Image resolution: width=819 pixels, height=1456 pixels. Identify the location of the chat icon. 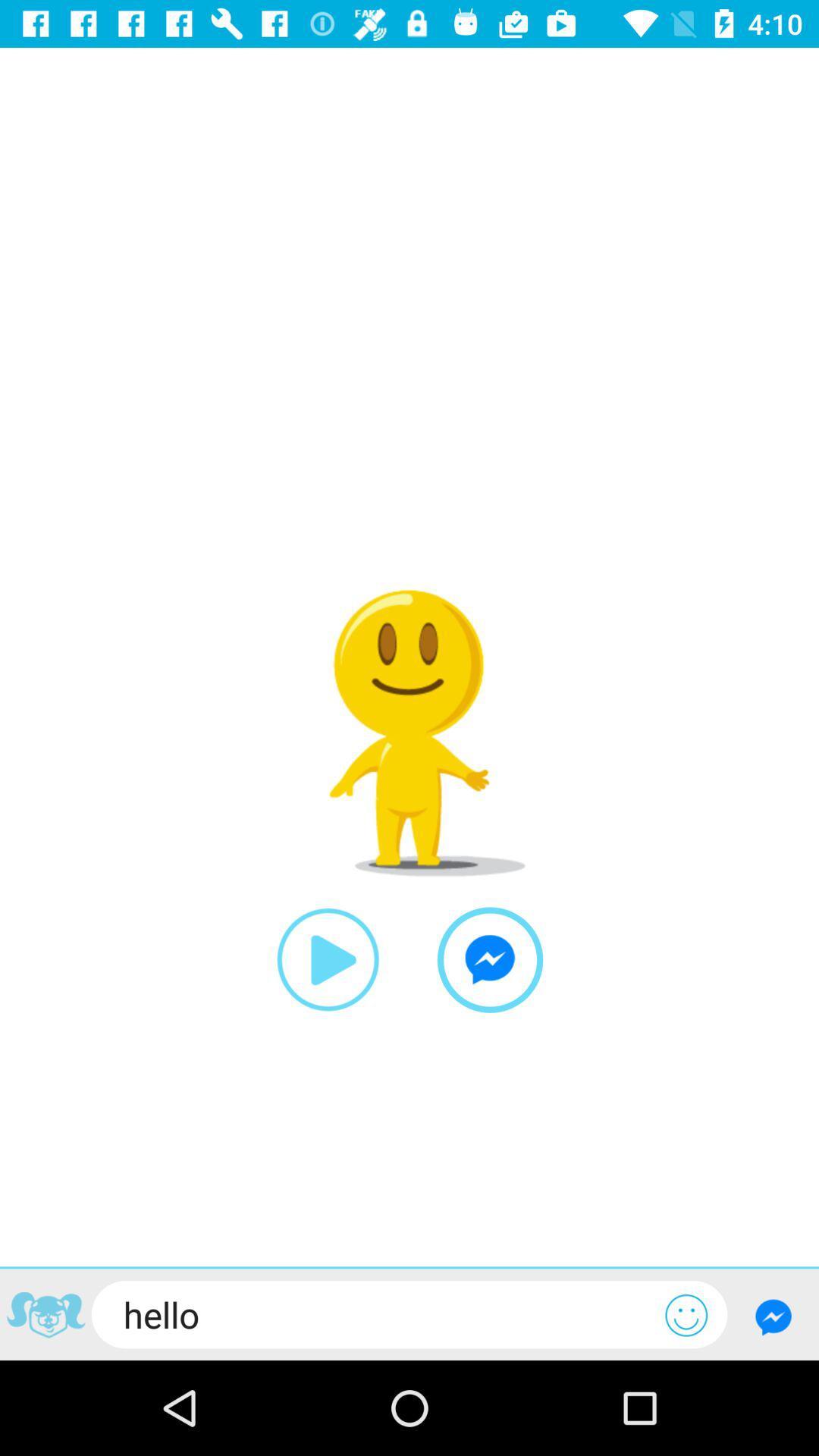
(490, 959).